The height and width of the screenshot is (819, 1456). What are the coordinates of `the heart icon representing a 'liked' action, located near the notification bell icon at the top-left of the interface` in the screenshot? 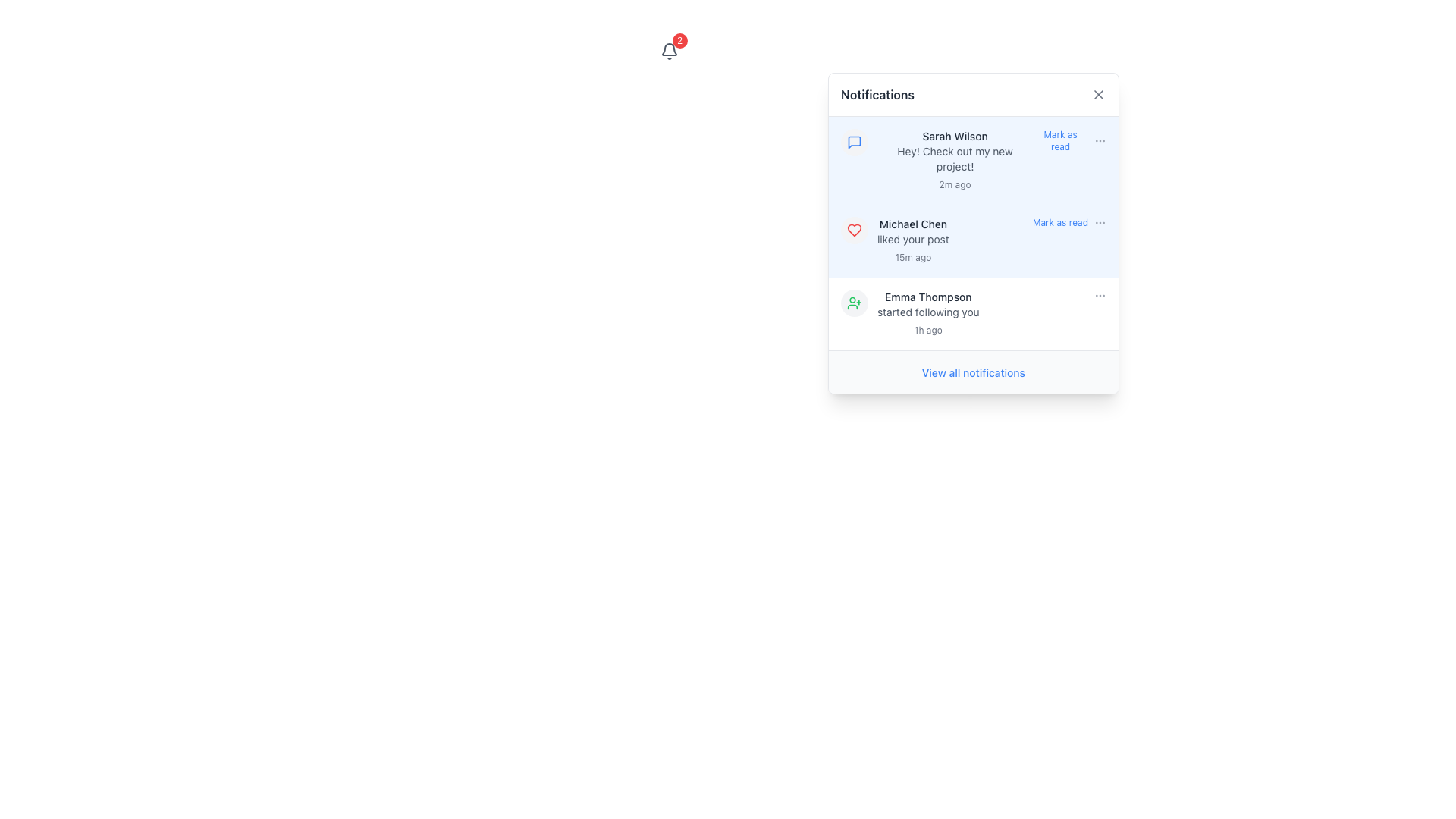 It's located at (855, 231).